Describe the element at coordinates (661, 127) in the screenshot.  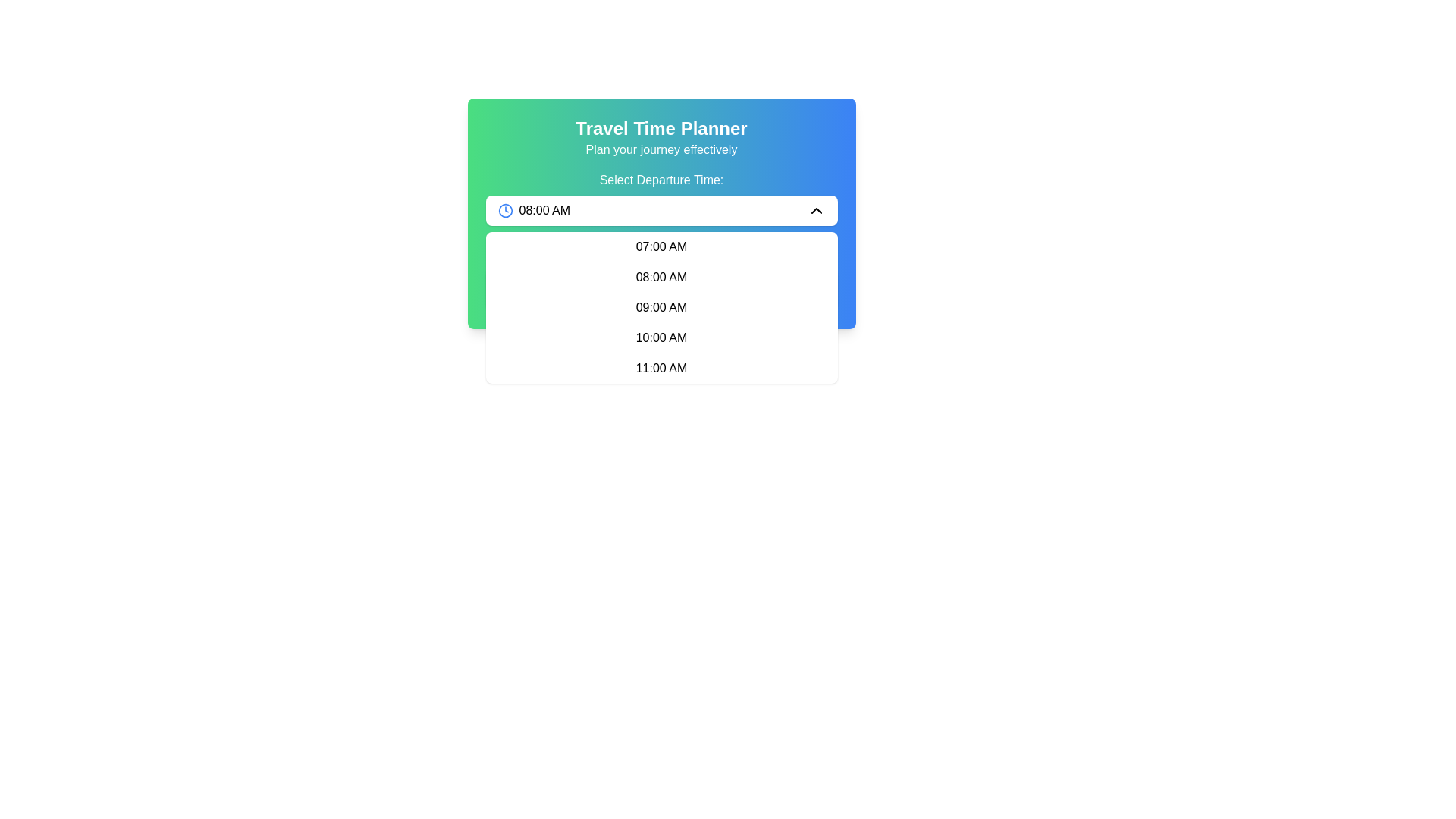
I see `the primary title text that indicates the main purpose of the interface for planning travel times` at that location.